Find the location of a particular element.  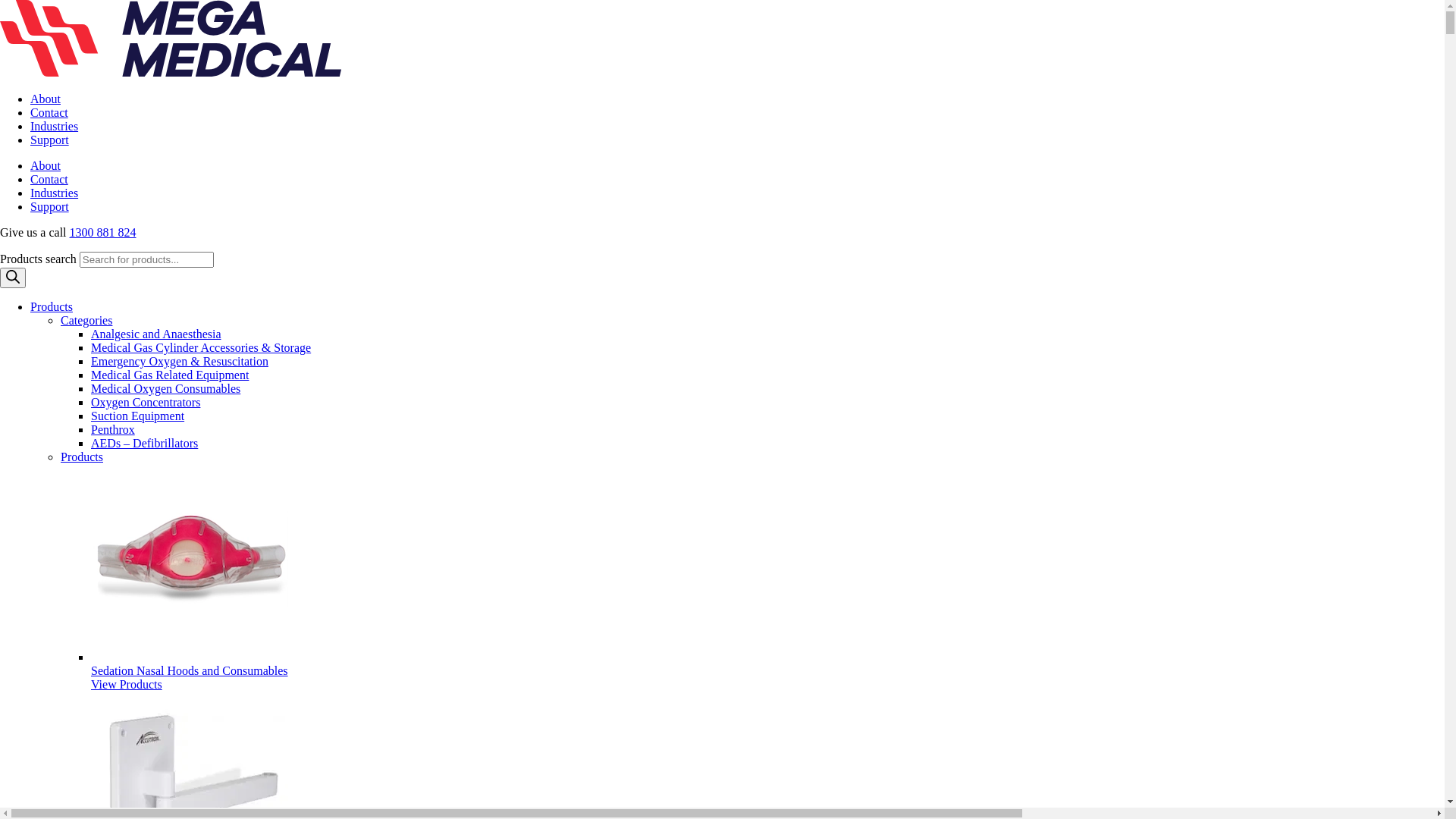

'mega medical logo' is located at coordinates (171, 37).